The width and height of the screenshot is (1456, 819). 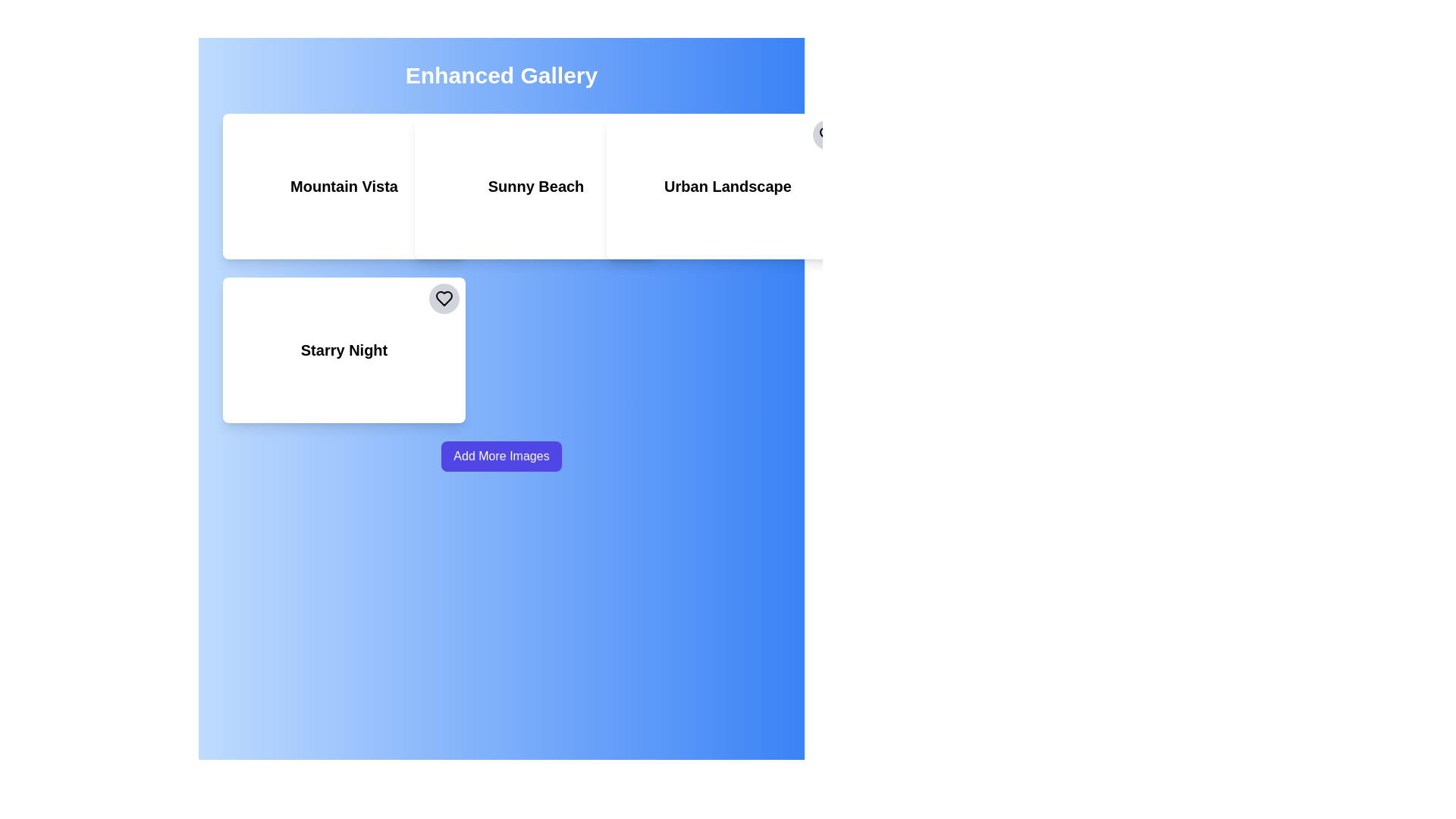 What do you see at coordinates (443, 298) in the screenshot?
I see `the heart-shaped icon with a thin black stroke located in the top-right corner of the 'Starry Night' card to mark it as favorite` at bounding box center [443, 298].